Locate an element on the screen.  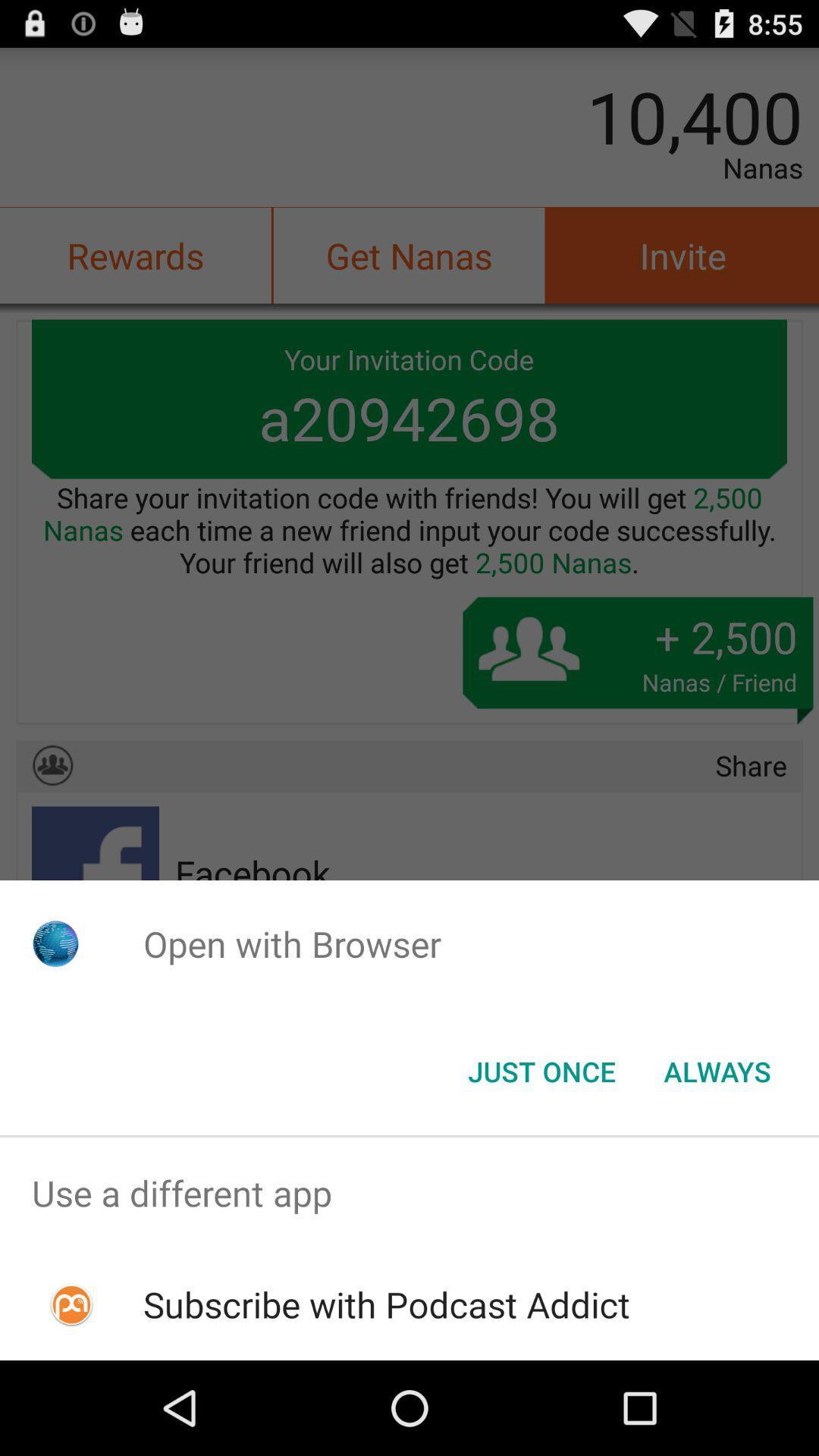
the app below open with browser icon is located at coordinates (717, 1070).